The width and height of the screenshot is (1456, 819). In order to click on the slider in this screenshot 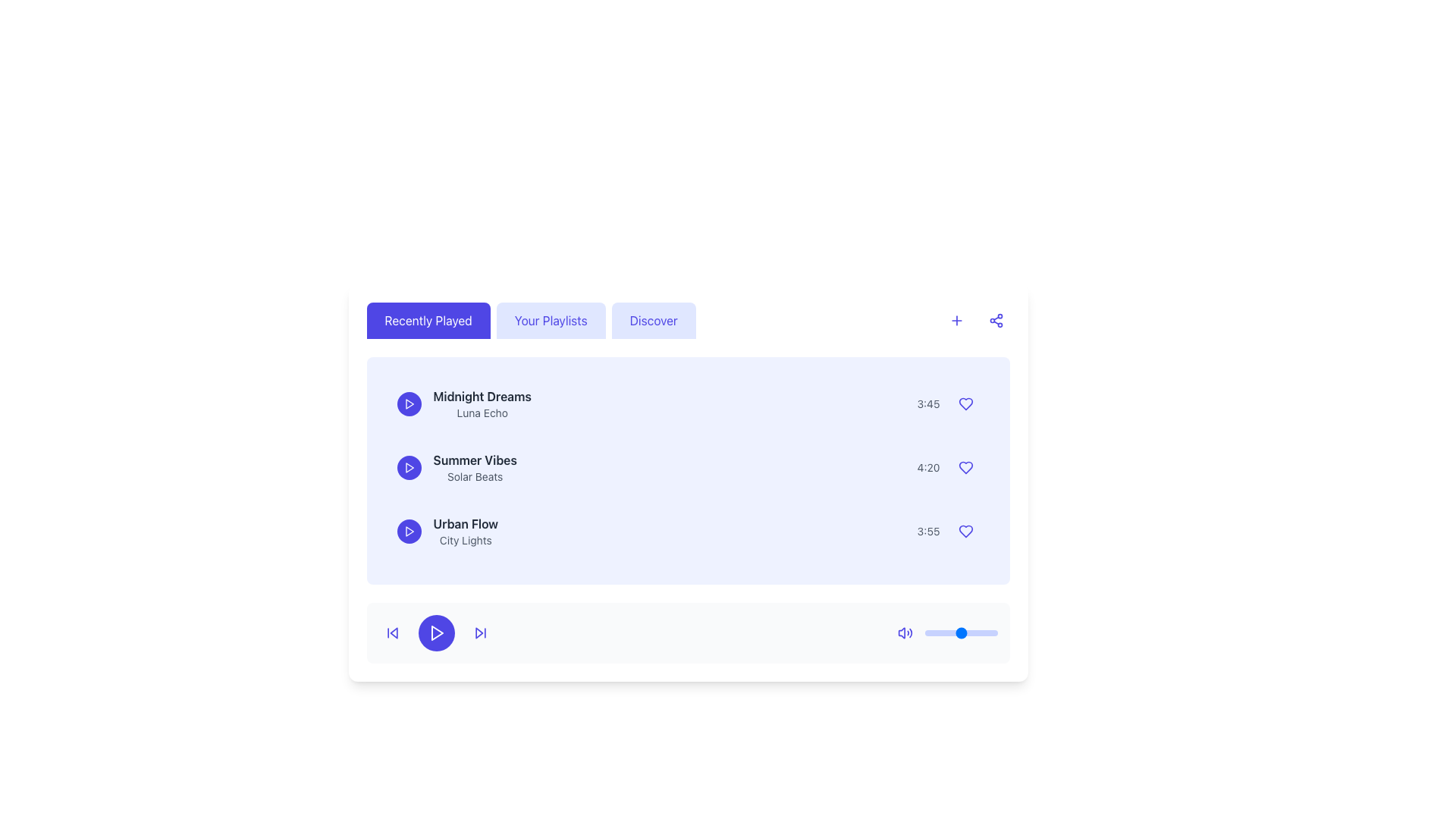, I will do `click(981, 632)`.